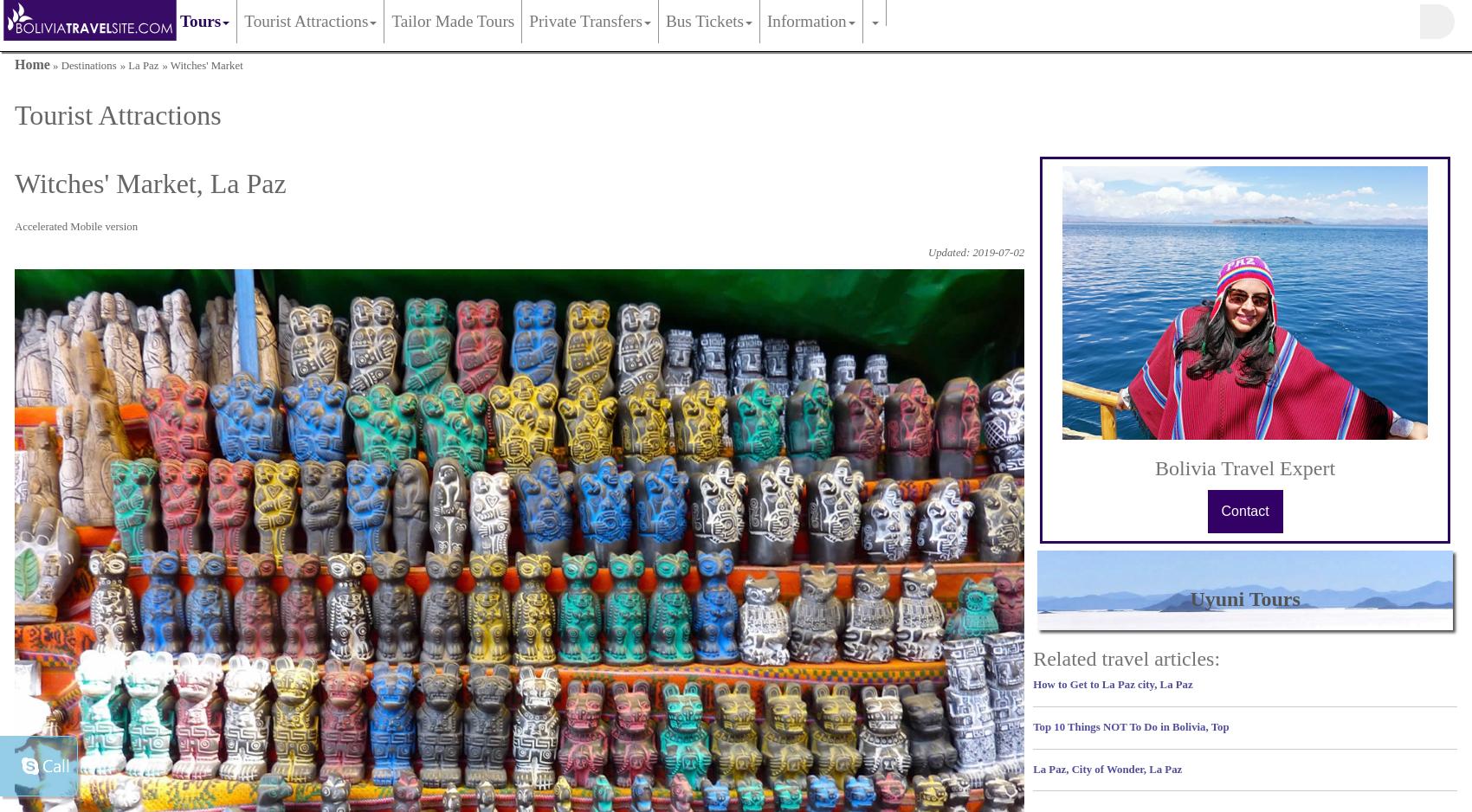  I want to click on 'Tourist Attractions', so click(117, 114).